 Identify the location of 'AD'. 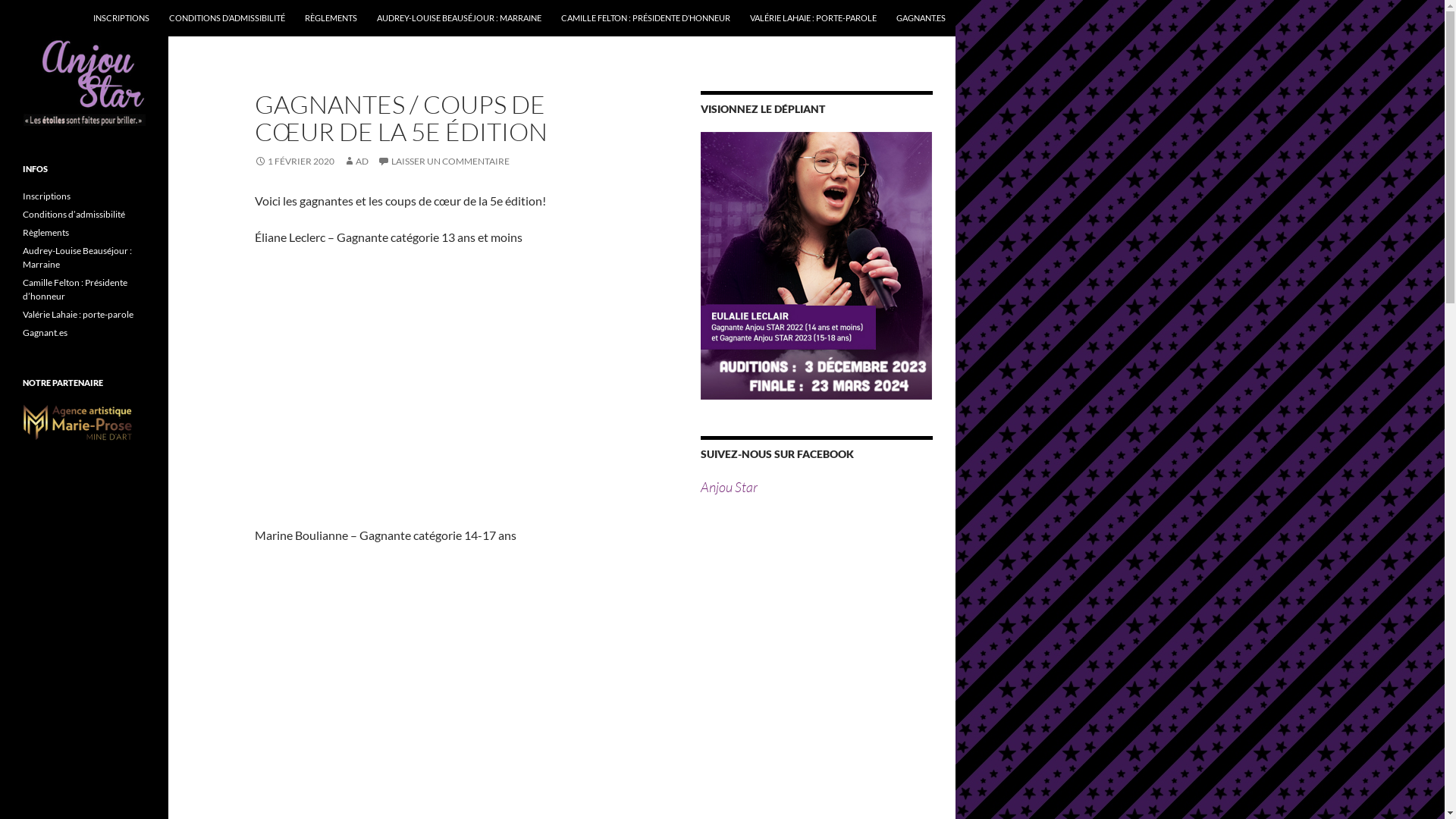
(355, 161).